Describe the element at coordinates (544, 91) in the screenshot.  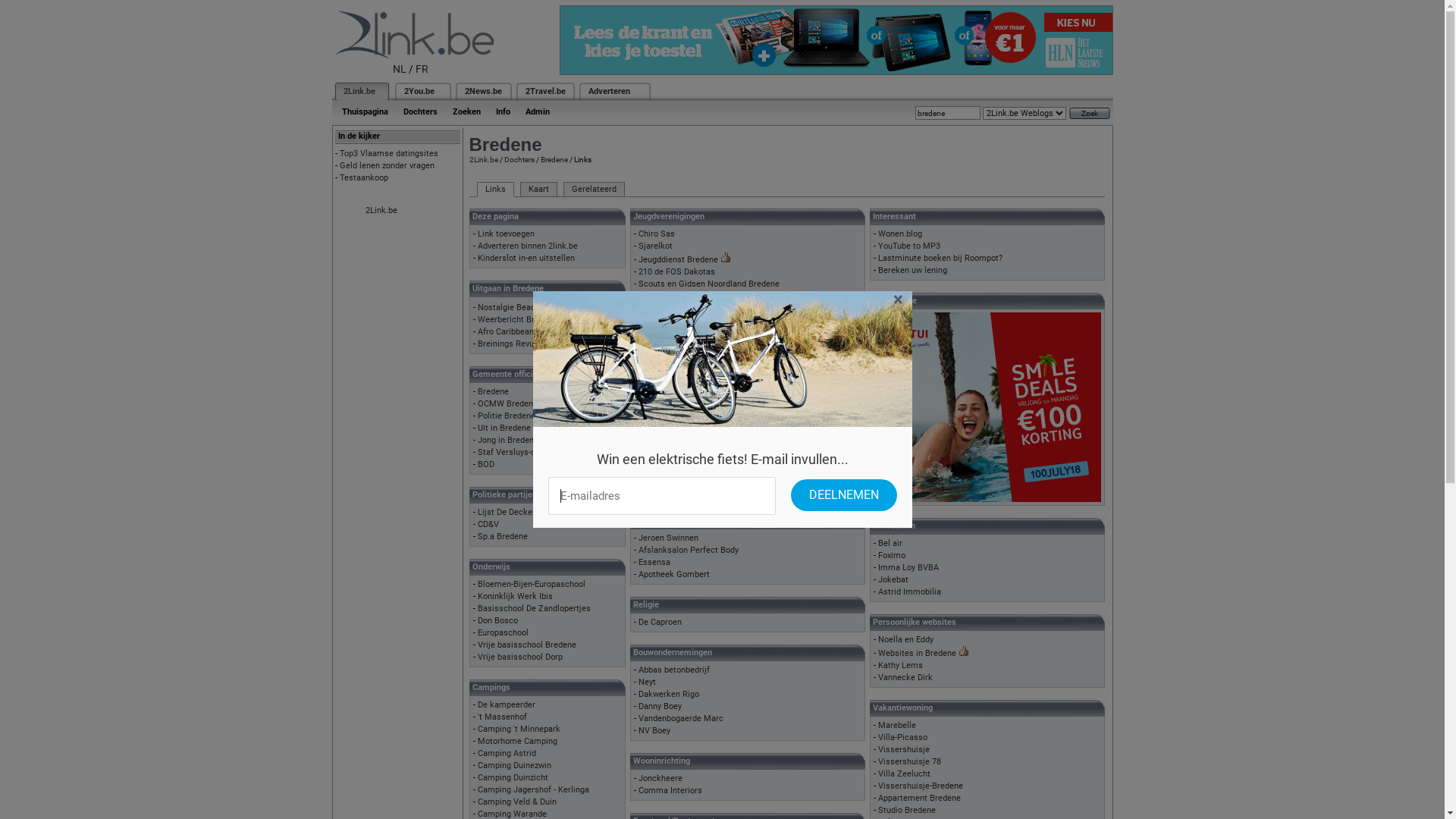
I see `'2Travel.be'` at that location.